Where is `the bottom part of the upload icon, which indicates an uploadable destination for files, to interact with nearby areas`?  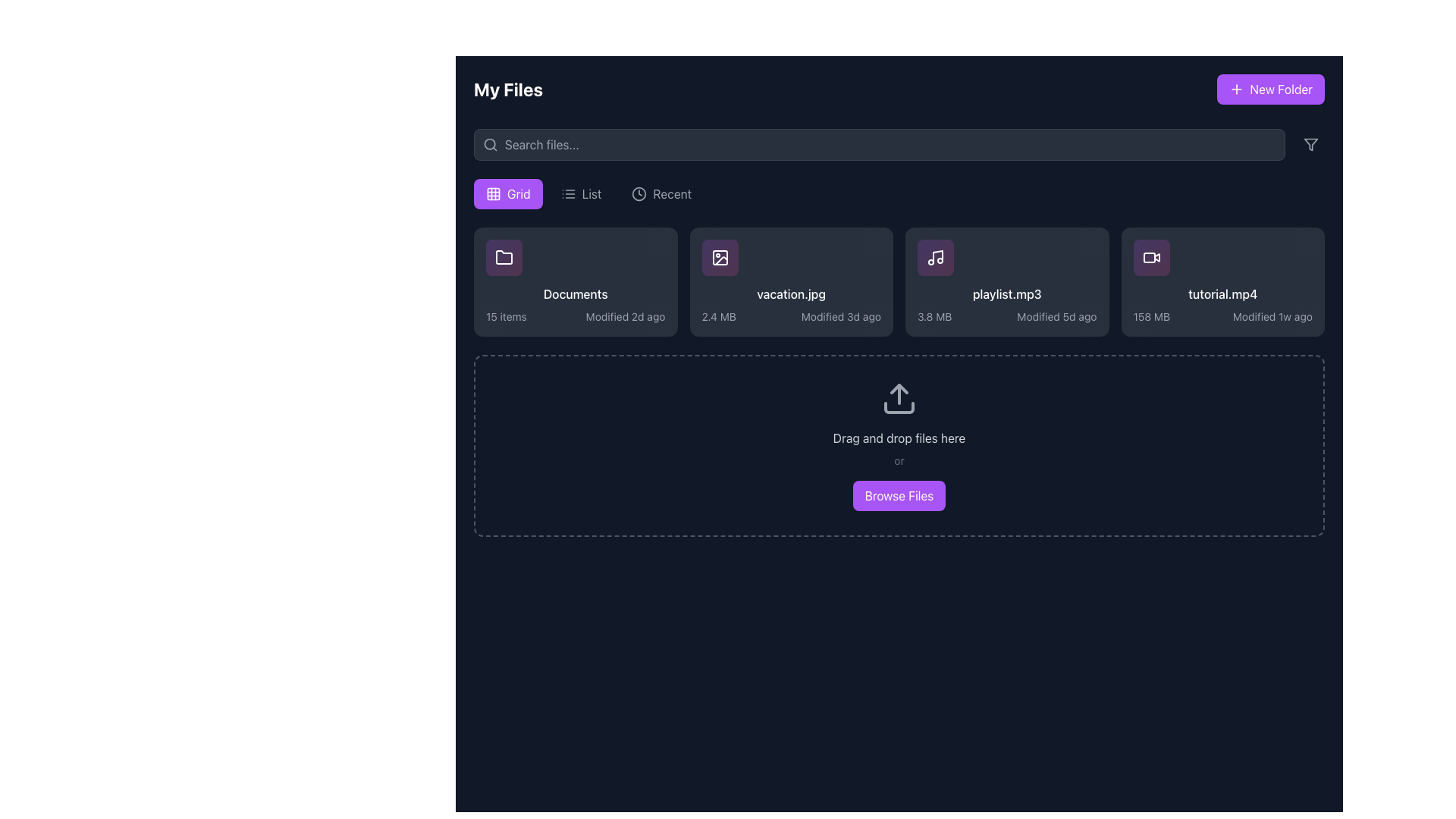
the bottom part of the upload icon, which indicates an uploadable destination for files, to interact with nearby areas is located at coordinates (899, 406).